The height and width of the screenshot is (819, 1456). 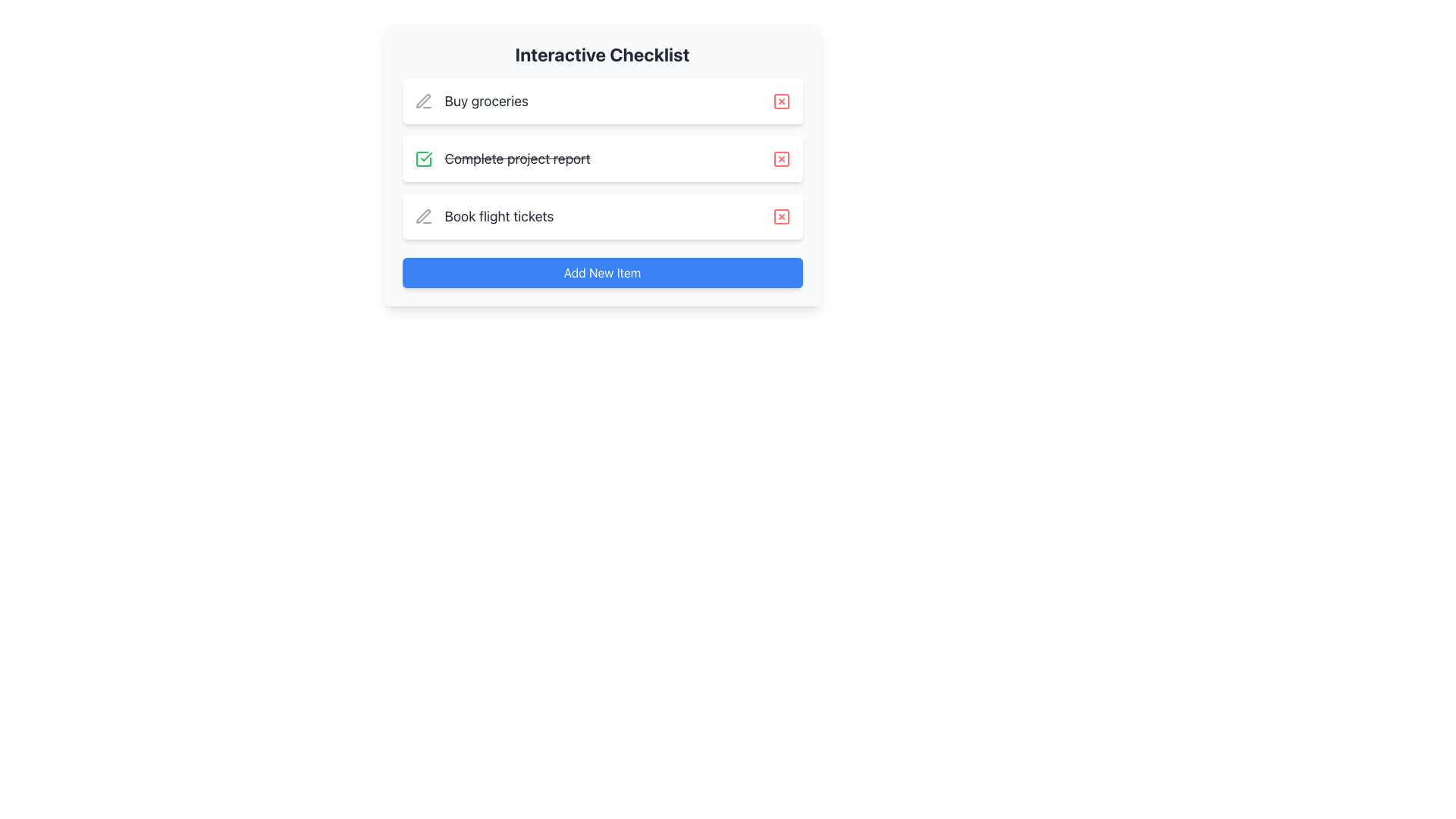 I want to click on the checklist widget to mark items as completed, so click(x=601, y=165).